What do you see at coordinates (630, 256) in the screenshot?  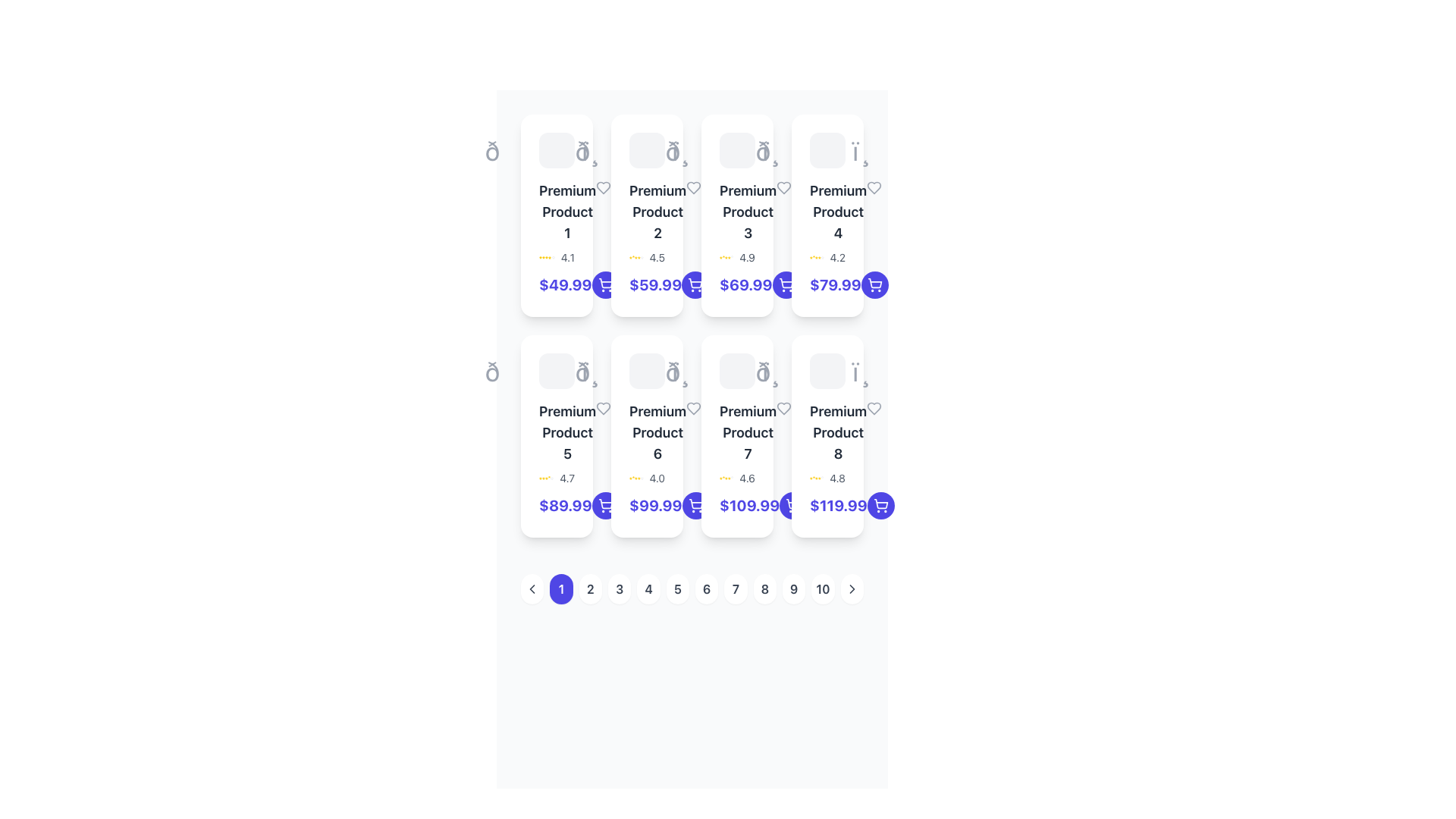 I see `the yellow star icon that is the first in a group associated with the numeric rating of '4.5', located beneath the title 'Premium Product 2' in the second card of the top row` at bounding box center [630, 256].